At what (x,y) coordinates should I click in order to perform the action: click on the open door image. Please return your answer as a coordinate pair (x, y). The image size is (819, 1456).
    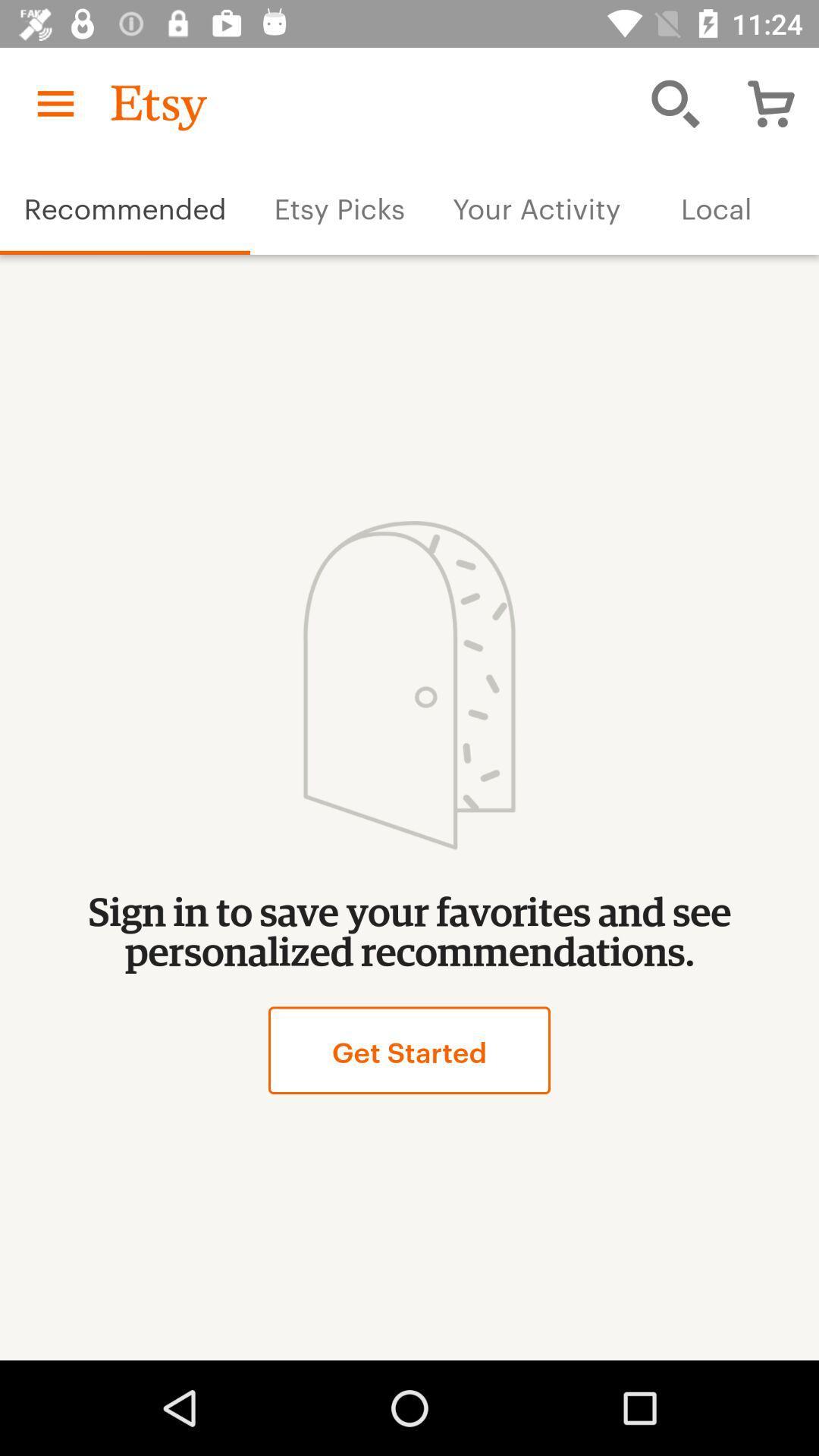
    Looking at the image, I should click on (408, 686).